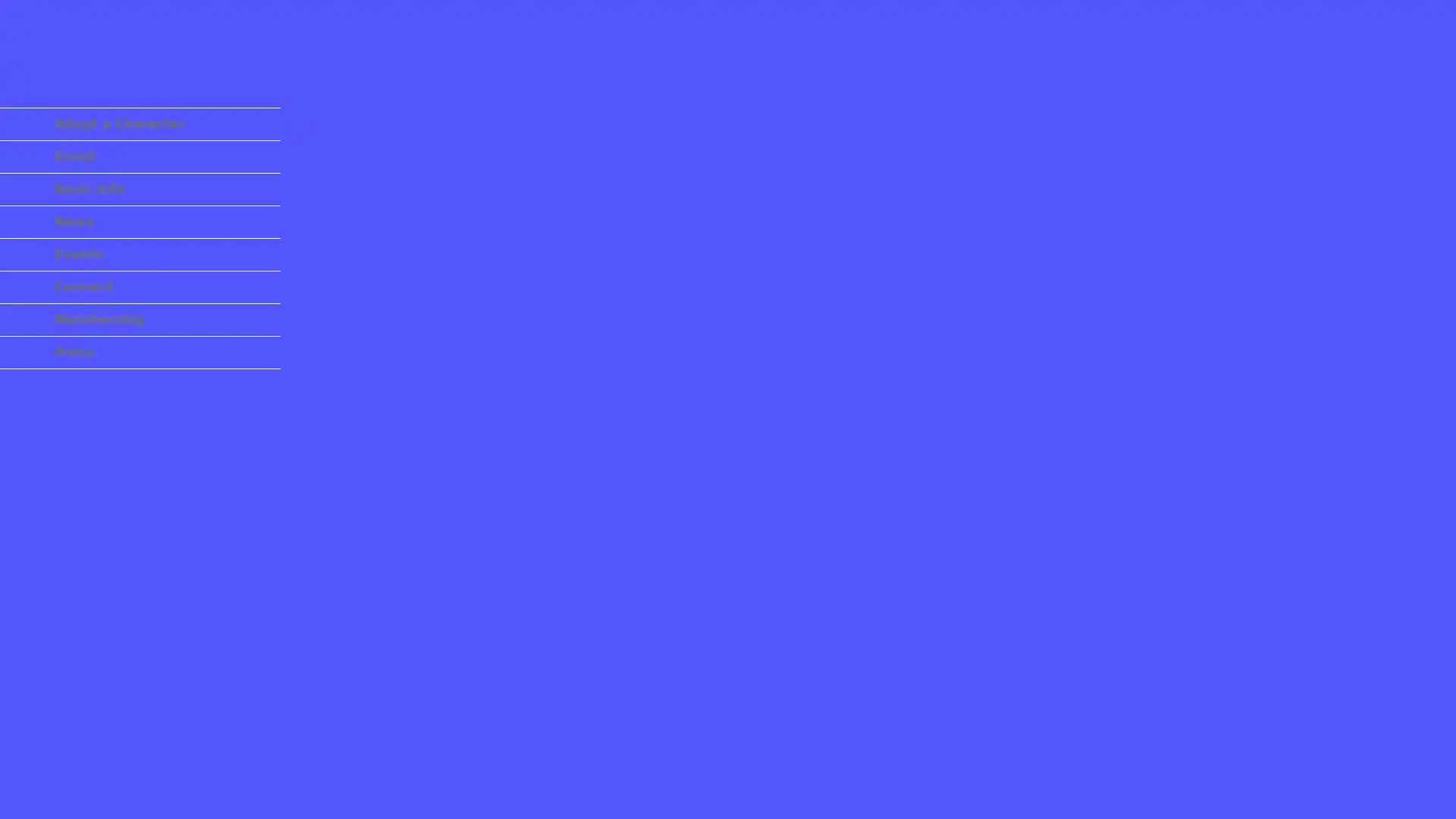 This screenshot has height=819, width=1456. Describe the element at coordinates (1164, 171) in the screenshot. I see `U+067B` at that location.